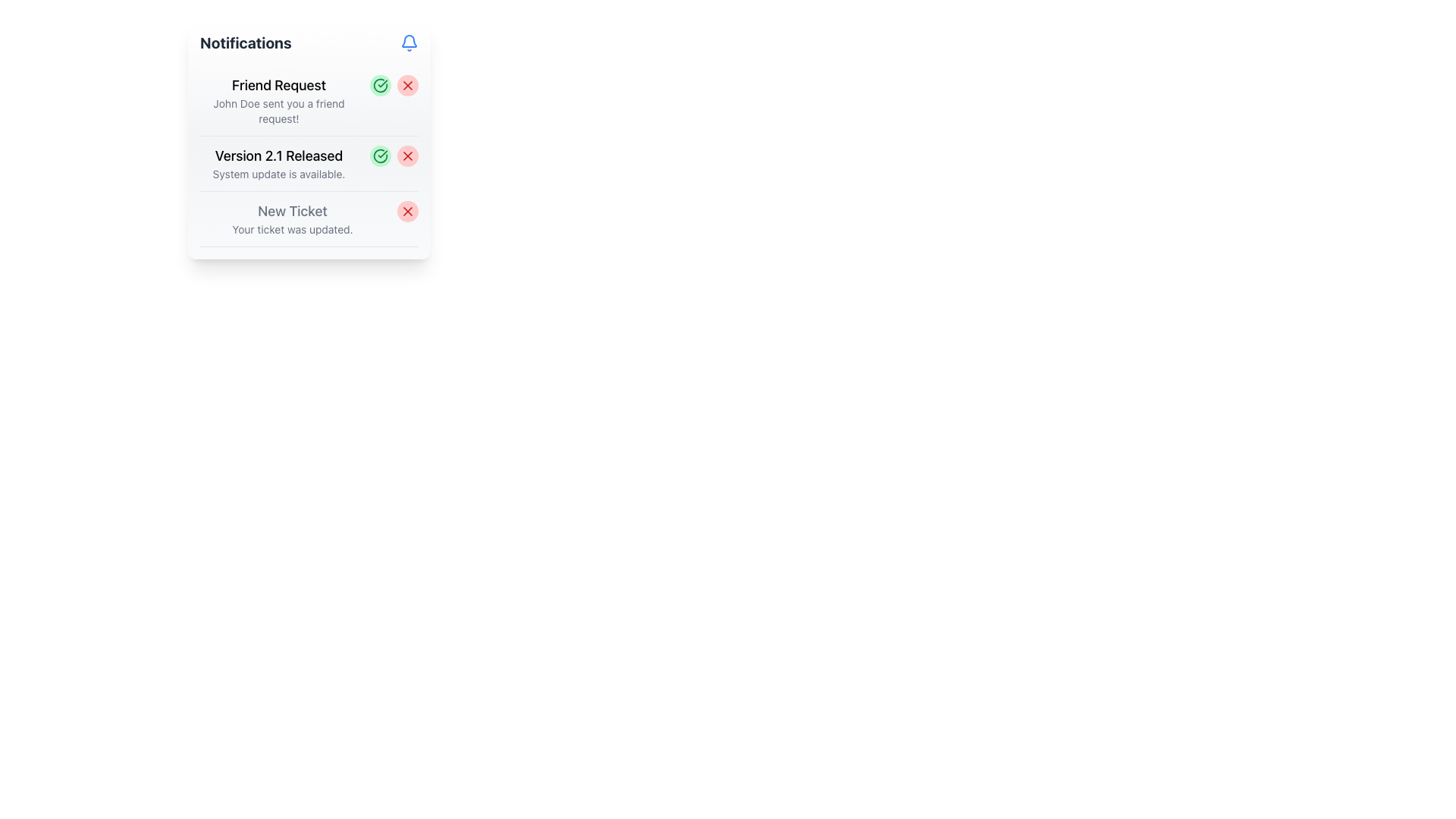 Image resolution: width=1456 pixels, height=819 pixels. Describe the element at coordinates (394, 85) in the screenshot. I see `the green button in the Button group with icons to accept the friend request, located to the right of the 'Friend Request' entry in the notifications list` at that location.